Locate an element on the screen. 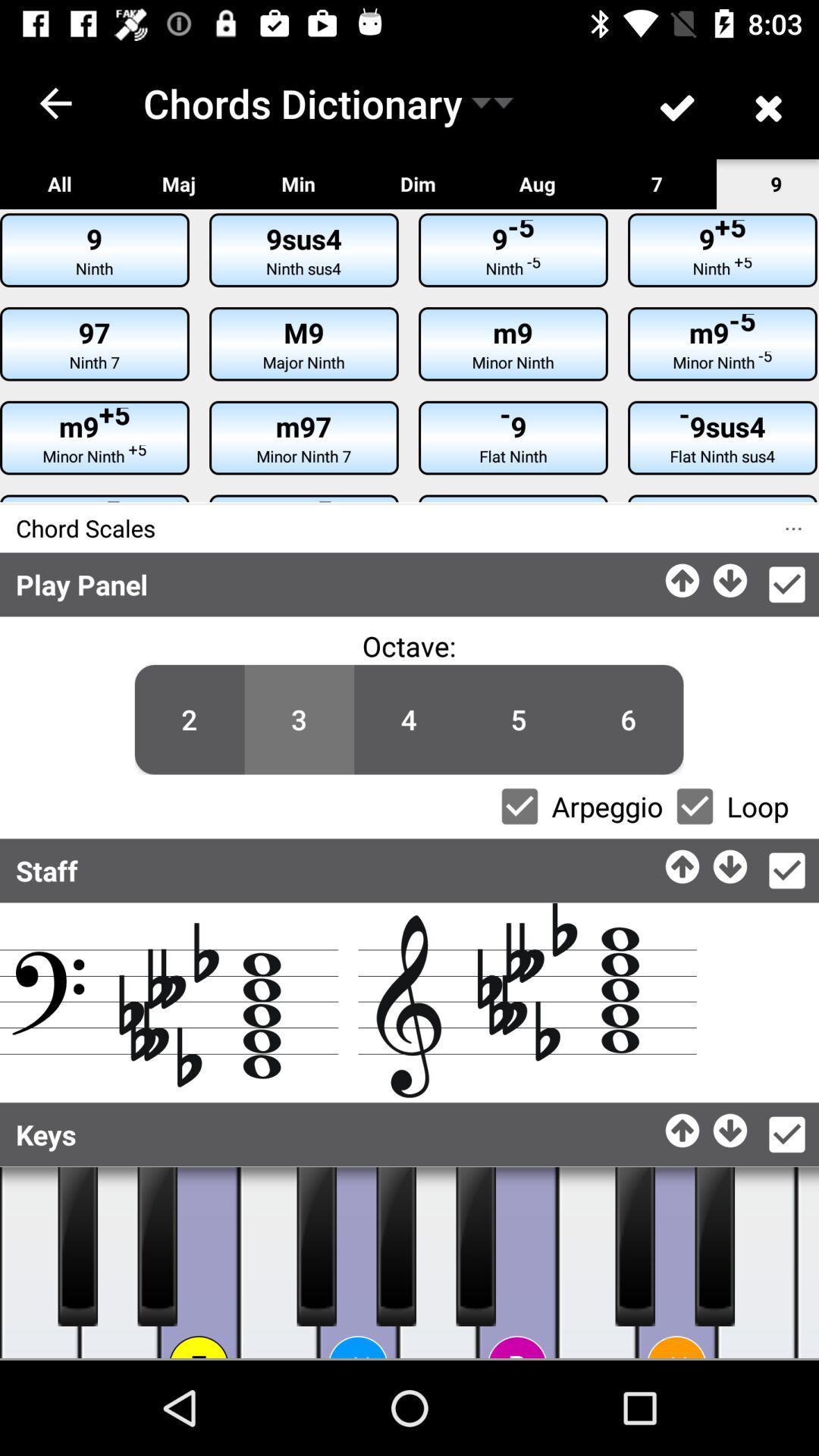 This screenshot has height=1456, width=819. ok is located at coordinates (786, 871).